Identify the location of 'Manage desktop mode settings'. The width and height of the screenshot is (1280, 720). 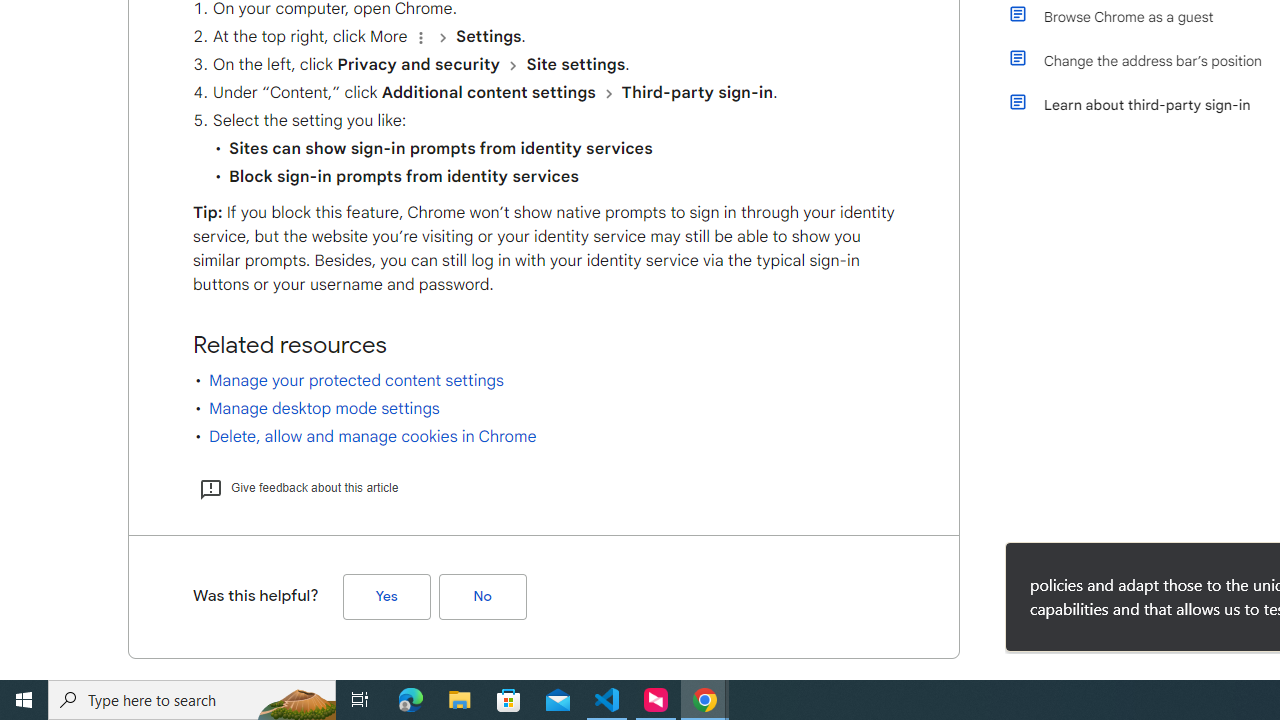
(324, 407).